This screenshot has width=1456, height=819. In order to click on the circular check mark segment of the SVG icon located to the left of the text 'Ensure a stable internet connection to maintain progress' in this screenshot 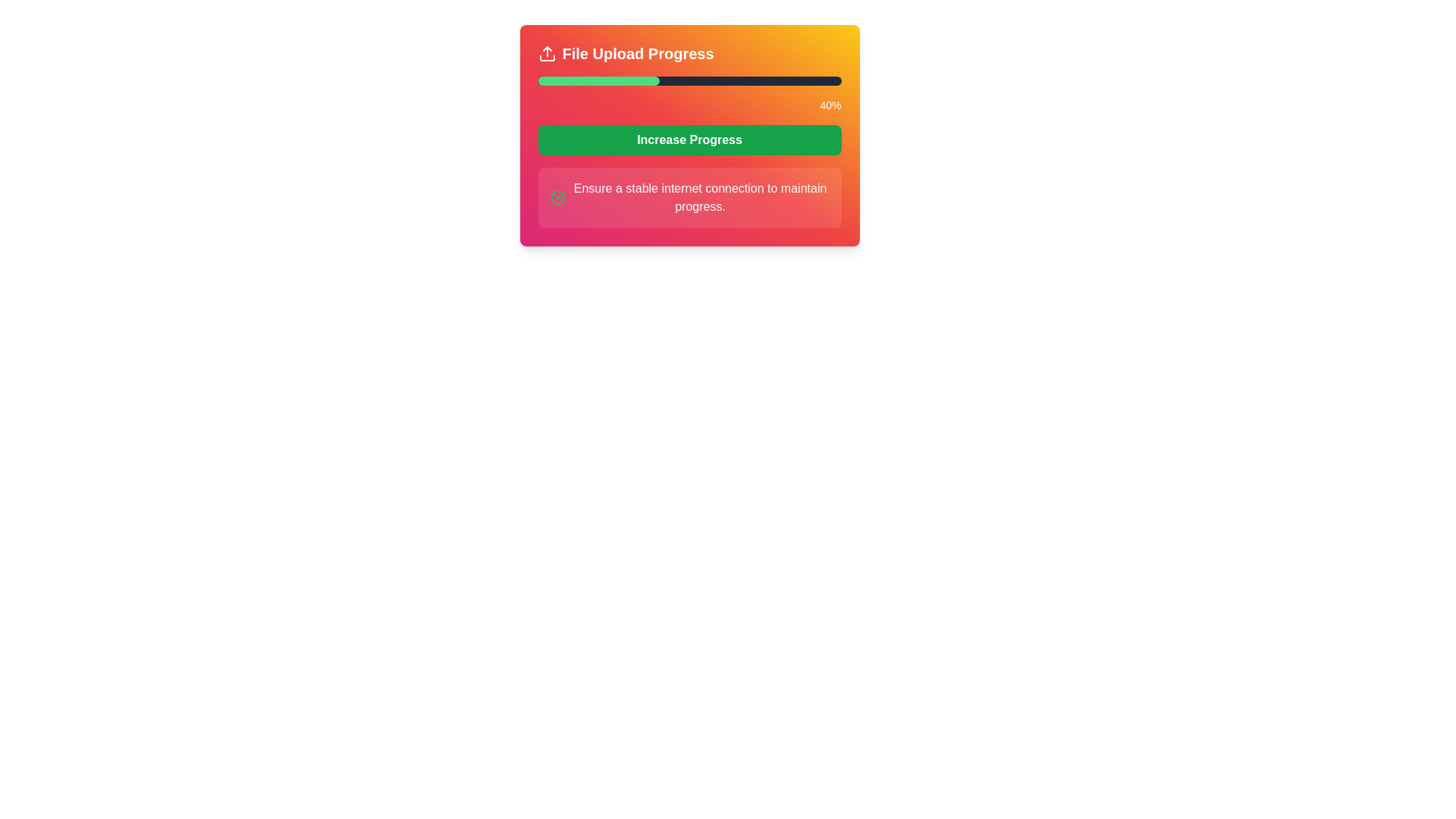, I will do `click(557, 197)`.